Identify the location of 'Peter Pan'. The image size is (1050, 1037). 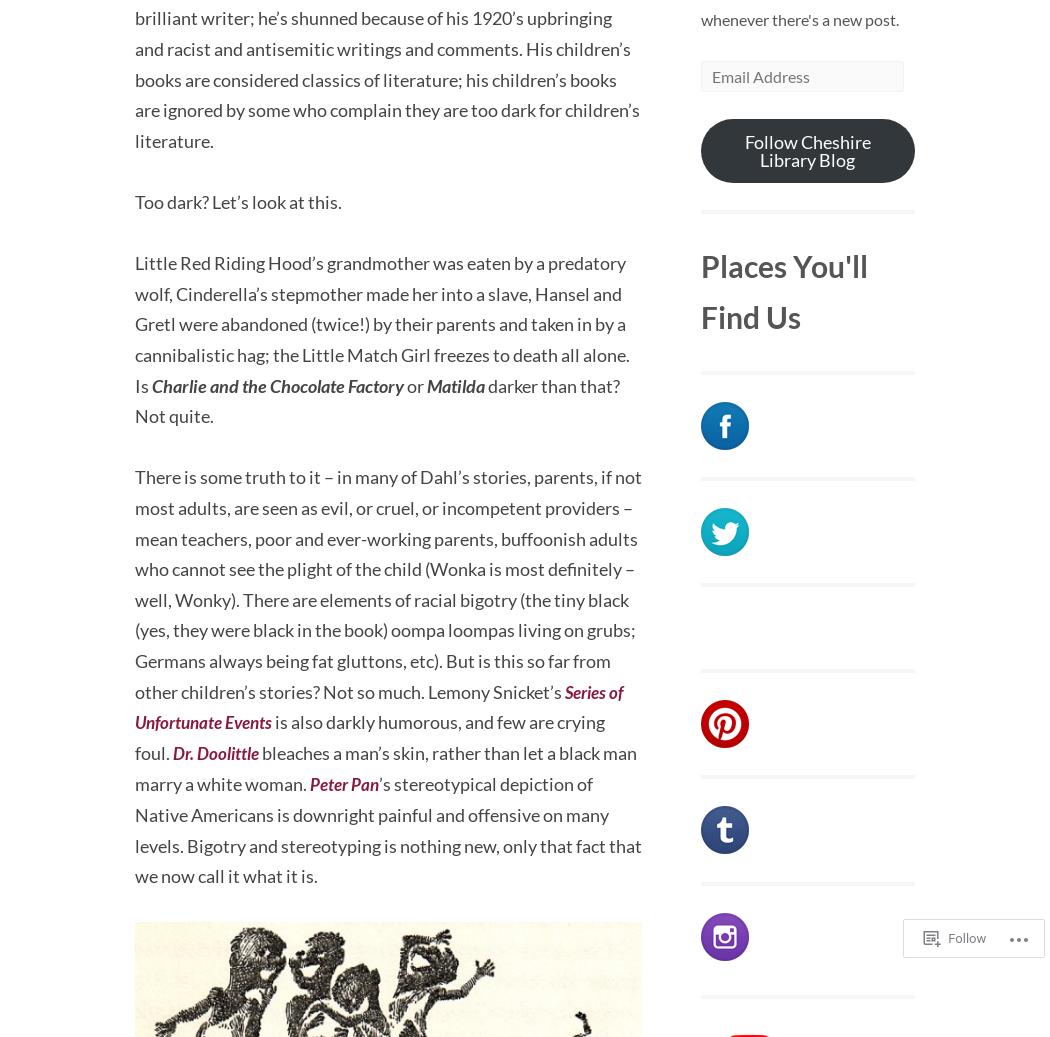
(309, 782).